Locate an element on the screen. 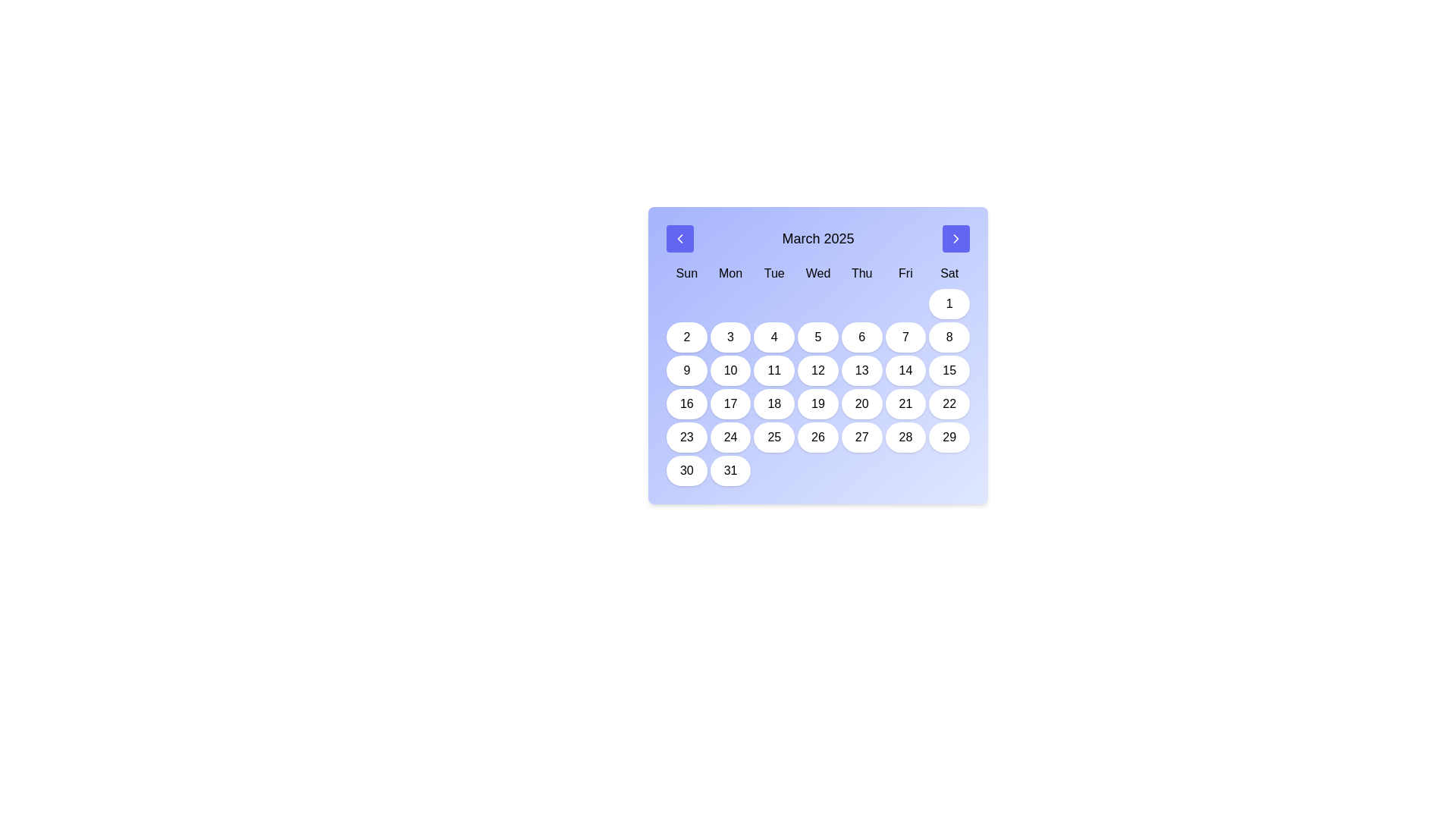 The width and height of the screenshot is (1456, 819). the Text label that indicates the currently displayed month and year in the calendar, which is centrally positioned in the calendar interface is located at coordinates (817, 239).